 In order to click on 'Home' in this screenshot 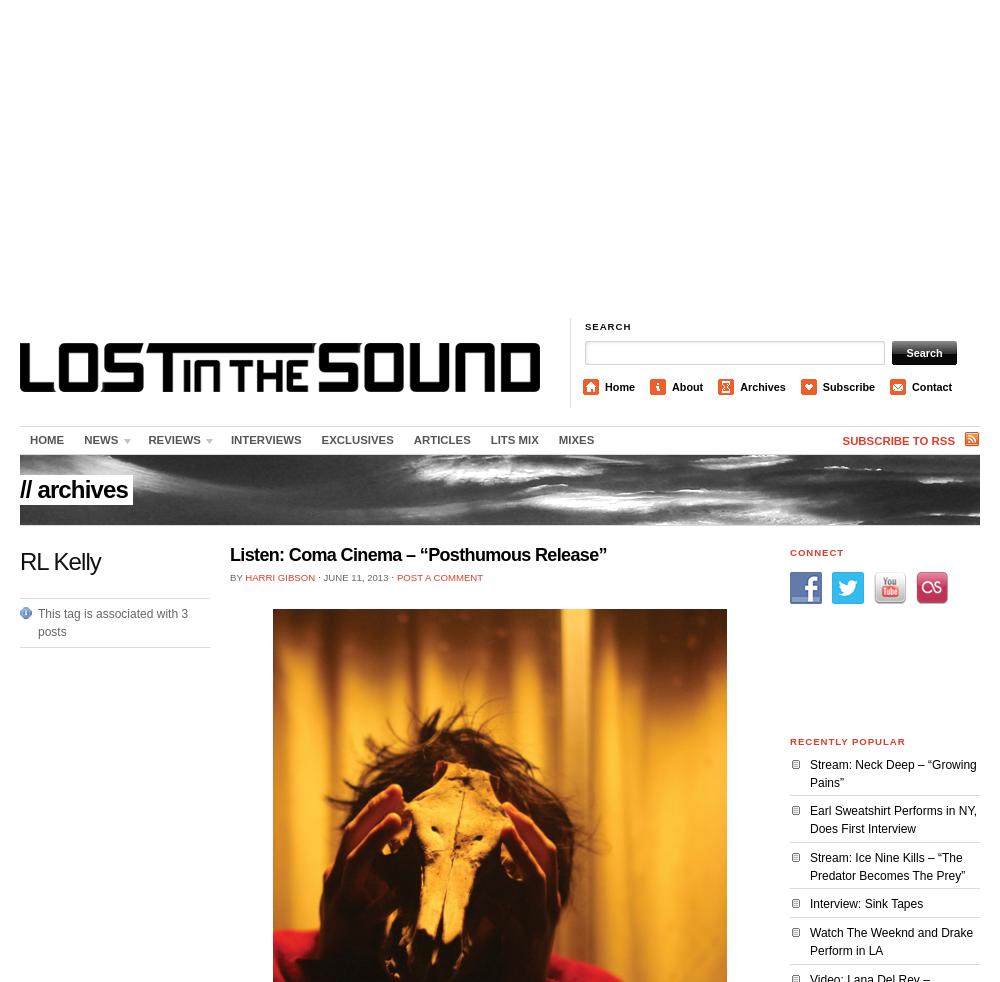, I will do `click(619, 387)`.